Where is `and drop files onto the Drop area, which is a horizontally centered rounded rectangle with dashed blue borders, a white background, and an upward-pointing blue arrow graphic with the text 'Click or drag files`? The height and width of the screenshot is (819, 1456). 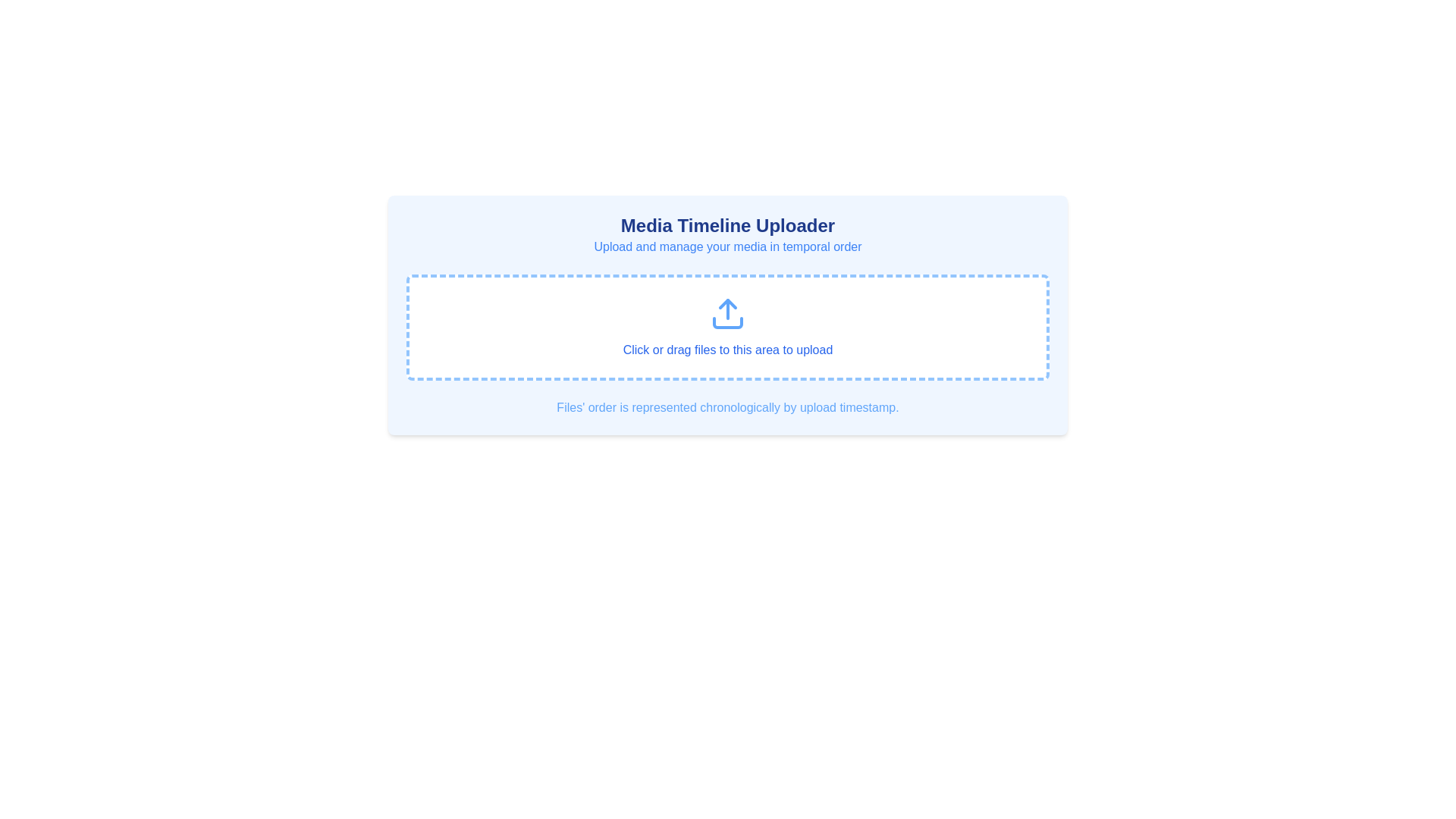 and drop files onto the Drop area, which is a horizontally centered rounded rectangle with dashed blue borders, a white background, and an upward-pointing blue arrow graphic with the text 'Click or drag files is located at coordinates (728, 327).